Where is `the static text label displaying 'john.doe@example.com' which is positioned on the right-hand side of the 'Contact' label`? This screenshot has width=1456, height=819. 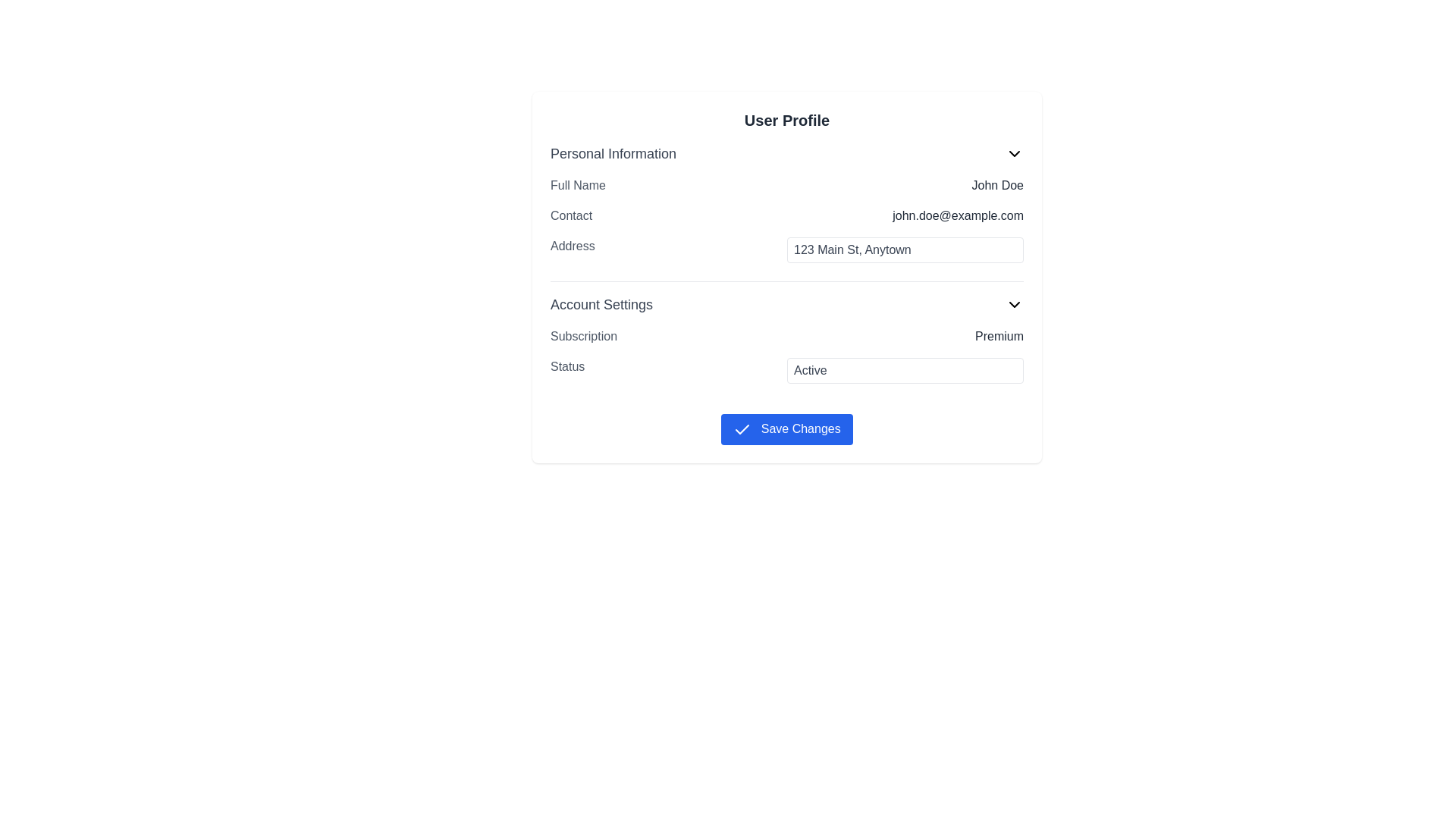
the static text label displaying 'john.doe@example.com' which is positioned on the right-hand side of the 'Contact' label is located at coordinates (957, 216).